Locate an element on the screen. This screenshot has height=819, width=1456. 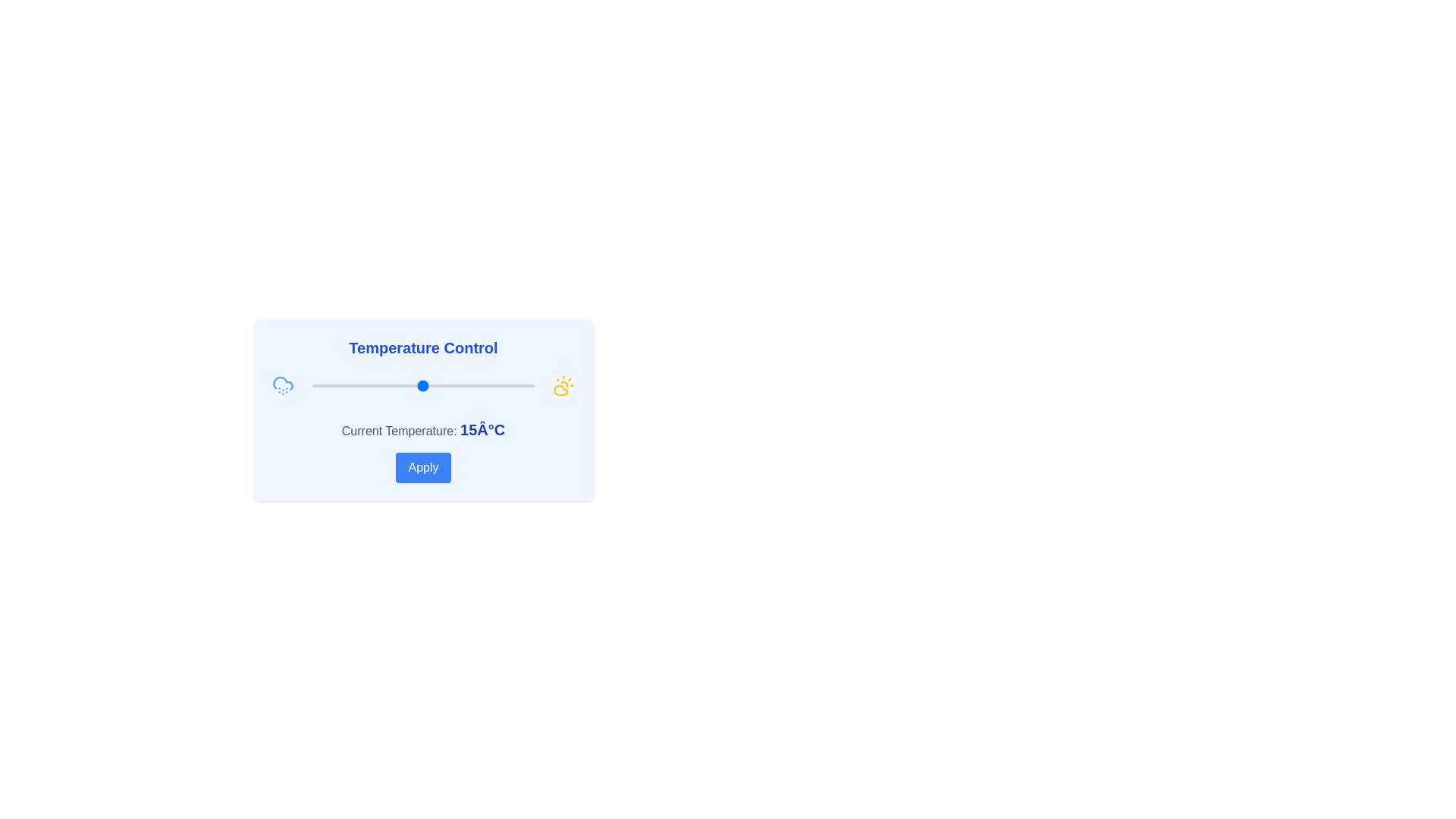
the temperature to 31°C using the slider is located at coordinates (494, 385).